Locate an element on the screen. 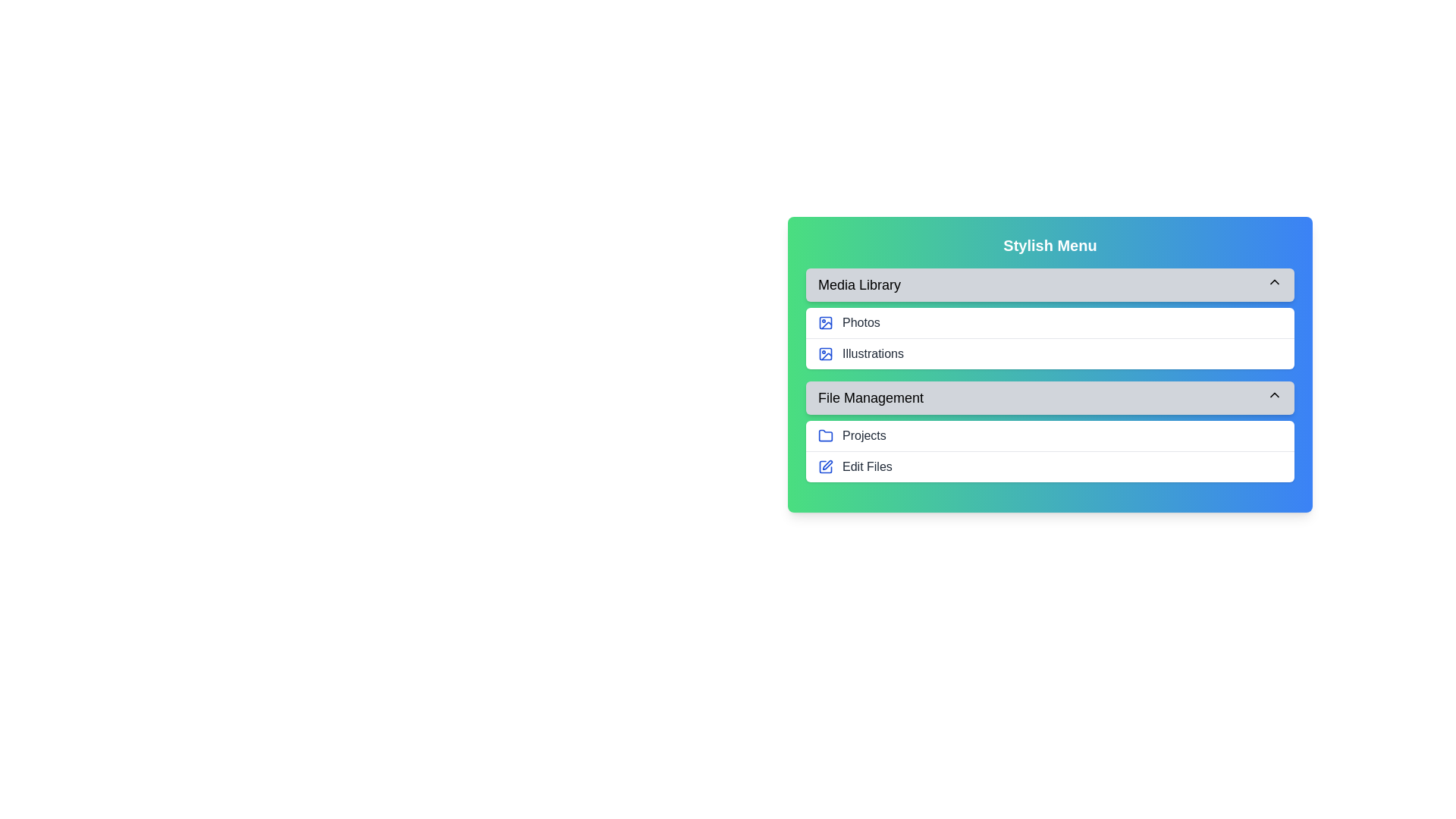 The width and height of the screenshot is (1456, 819). the 'Illustrations' text label located in the second selectable row under the 'Media Library' section is located at coordinates (873, 353).